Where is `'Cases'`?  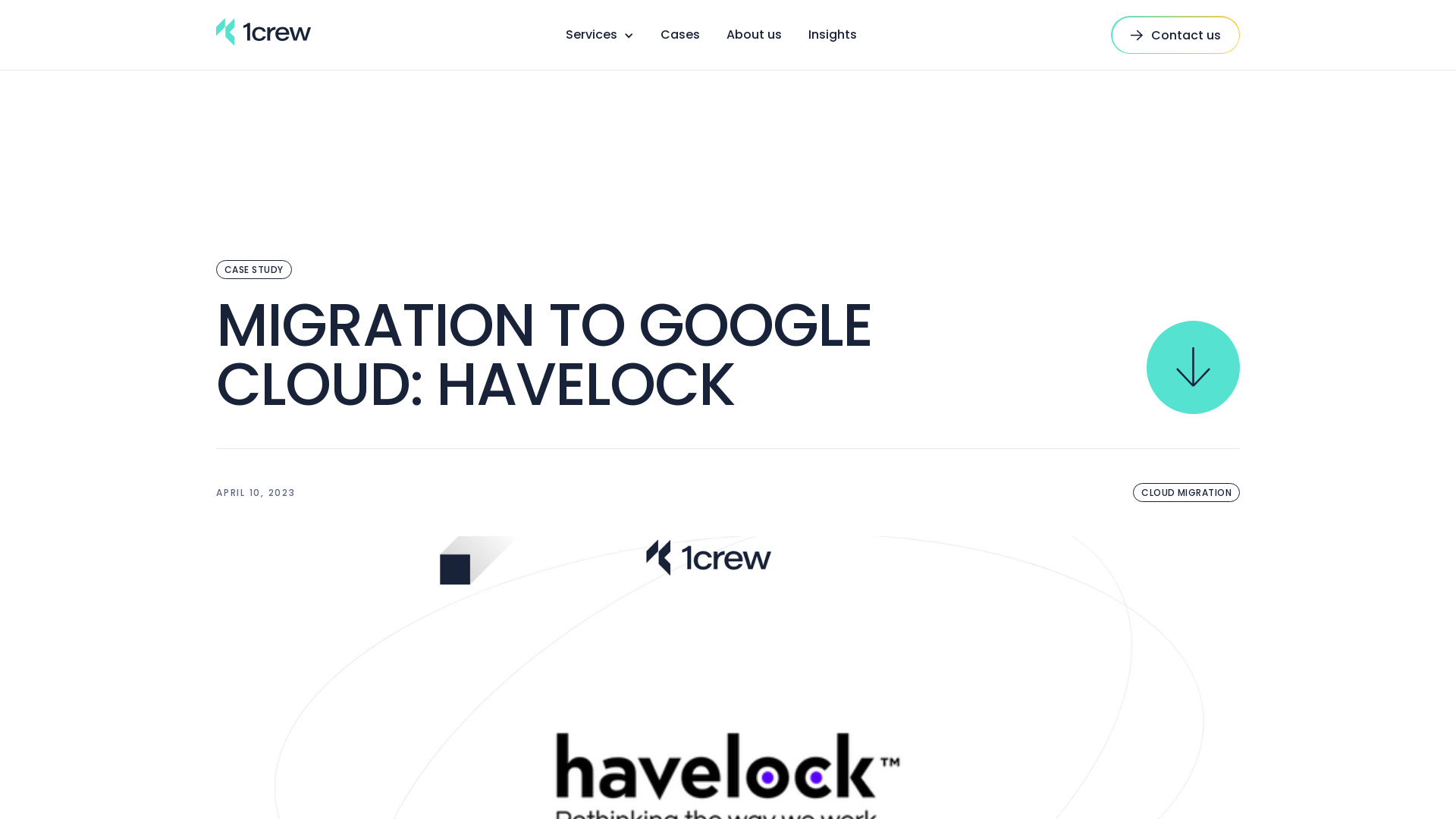 'Cases' is located at coordinates (679, 34).